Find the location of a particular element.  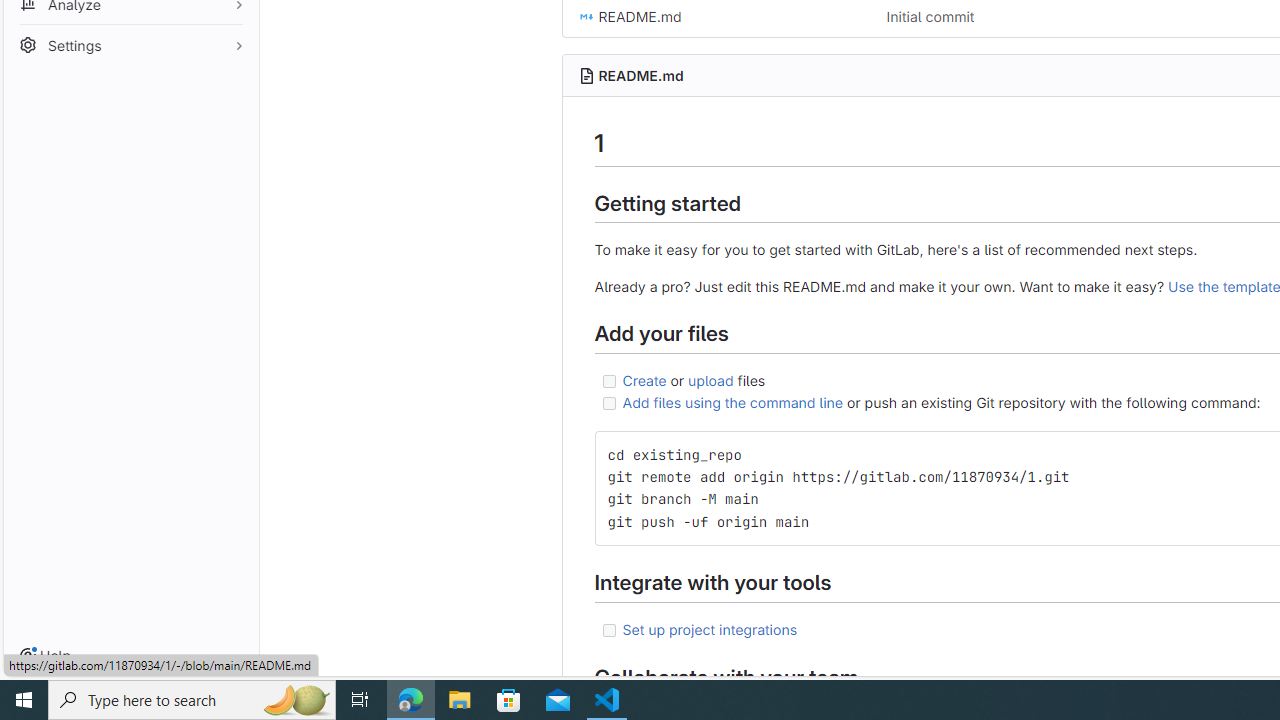

'upload' is located at coordinates (711, 379).